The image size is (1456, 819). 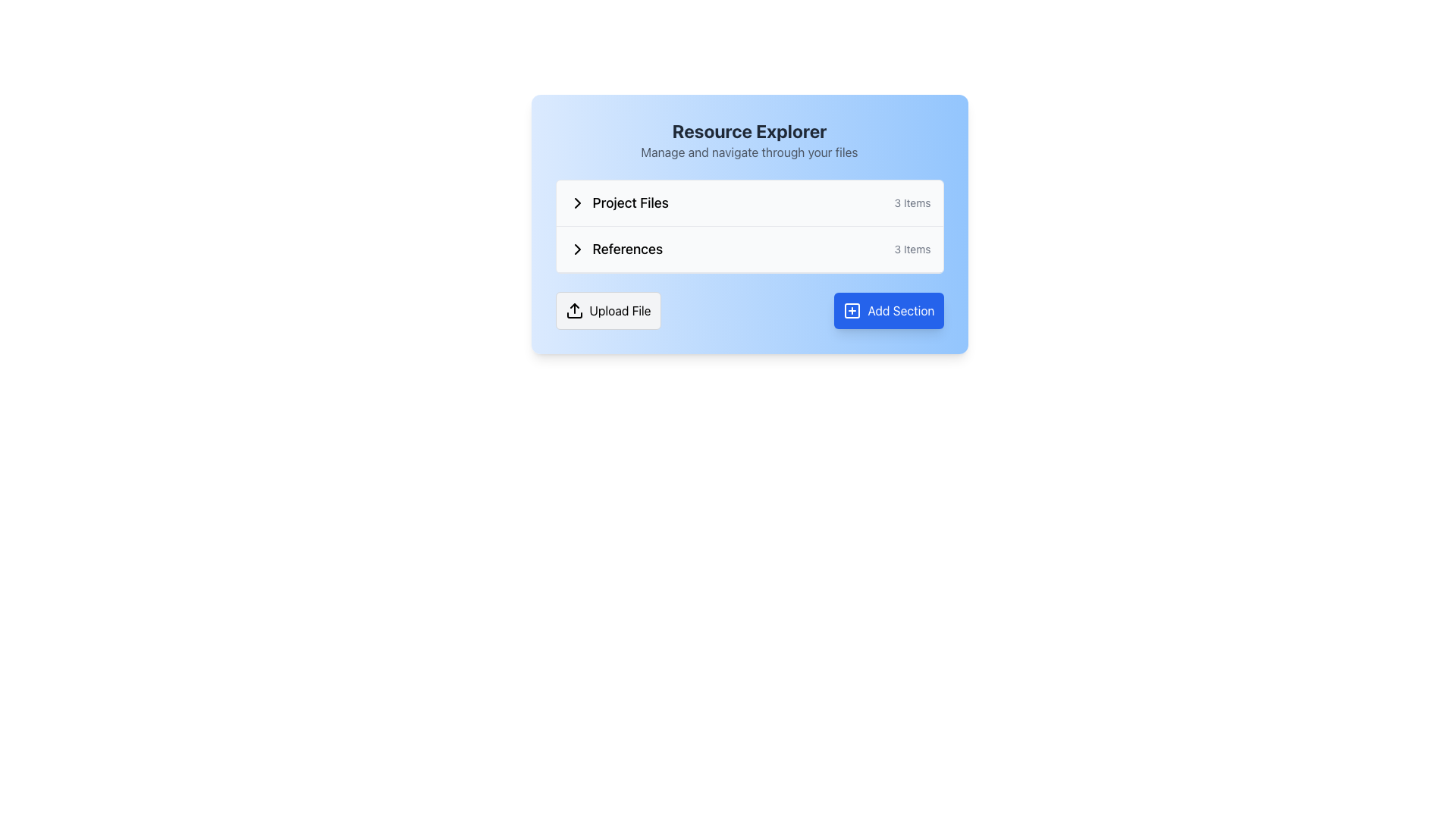 What do you see at coordinates (576, 202) in the screenshot?
I see `the right-pointing chevron icon located in the 'Project Files' section` at bounding box center [576, 202].